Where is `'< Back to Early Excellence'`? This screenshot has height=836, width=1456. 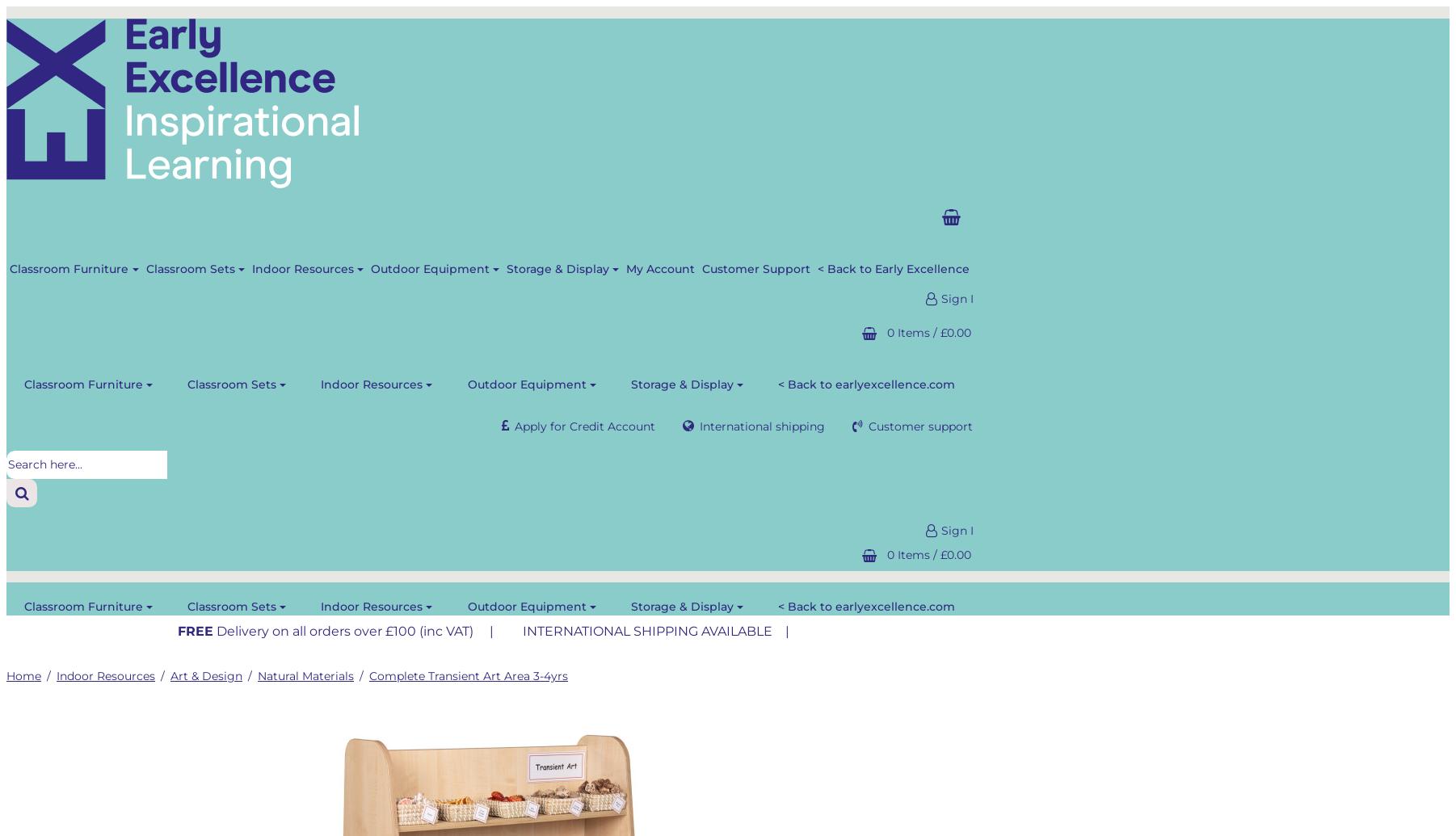 '< Back to Early Excellence' is located at coordinates (891, 268).